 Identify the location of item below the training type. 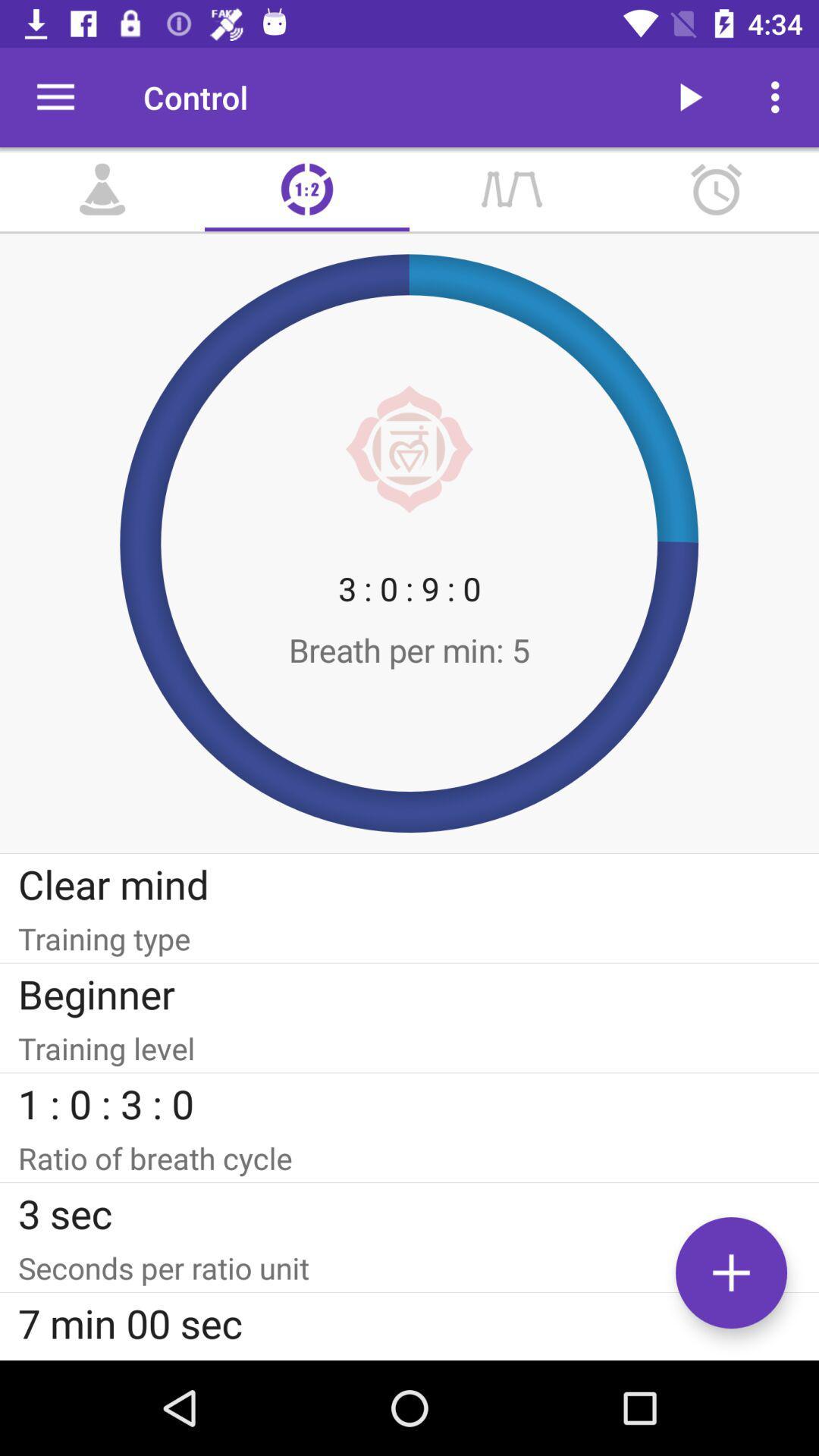
(409, 993).